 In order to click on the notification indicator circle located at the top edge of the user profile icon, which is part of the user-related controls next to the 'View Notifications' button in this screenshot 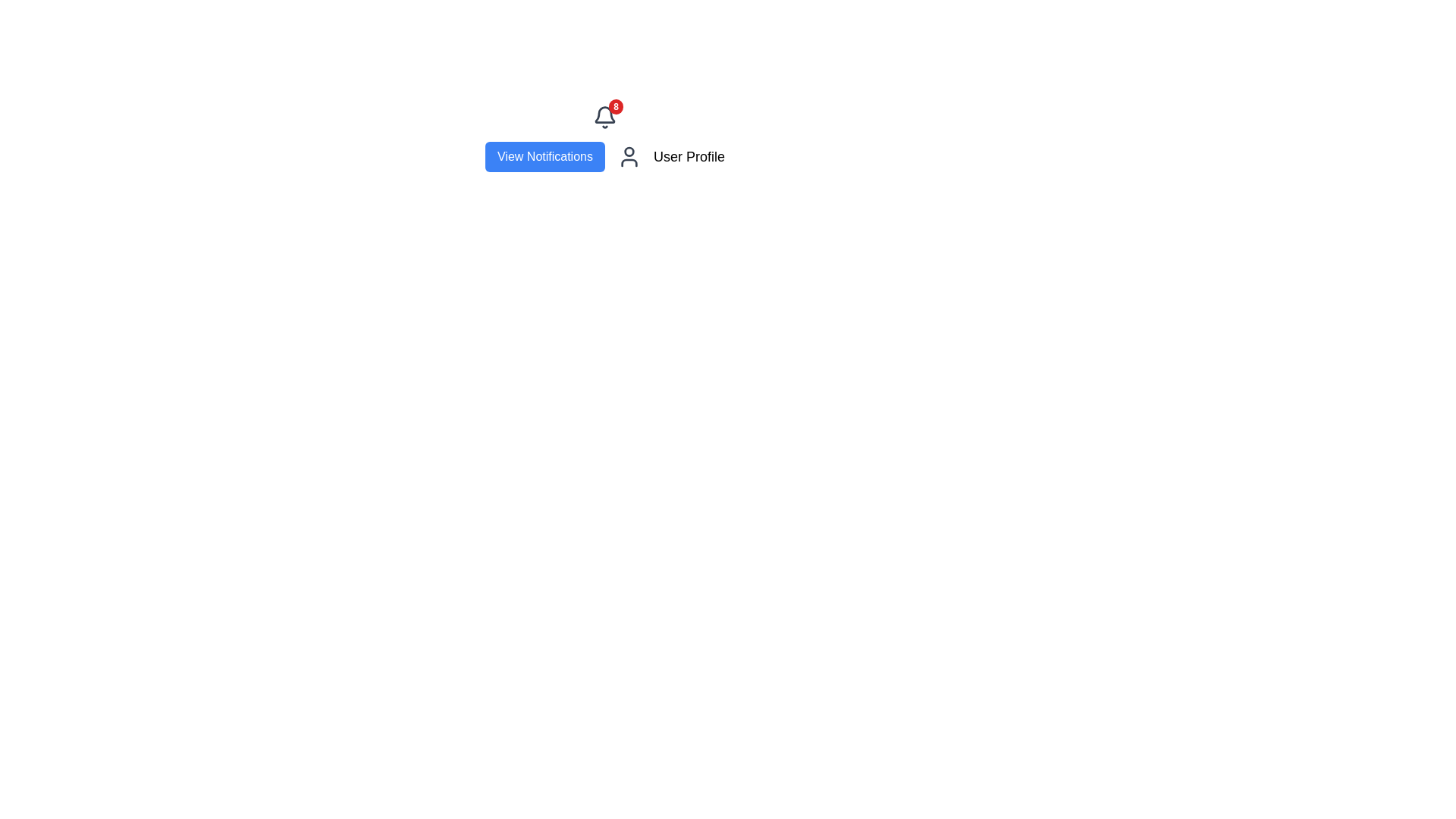, I will do `click(629, 152)`.